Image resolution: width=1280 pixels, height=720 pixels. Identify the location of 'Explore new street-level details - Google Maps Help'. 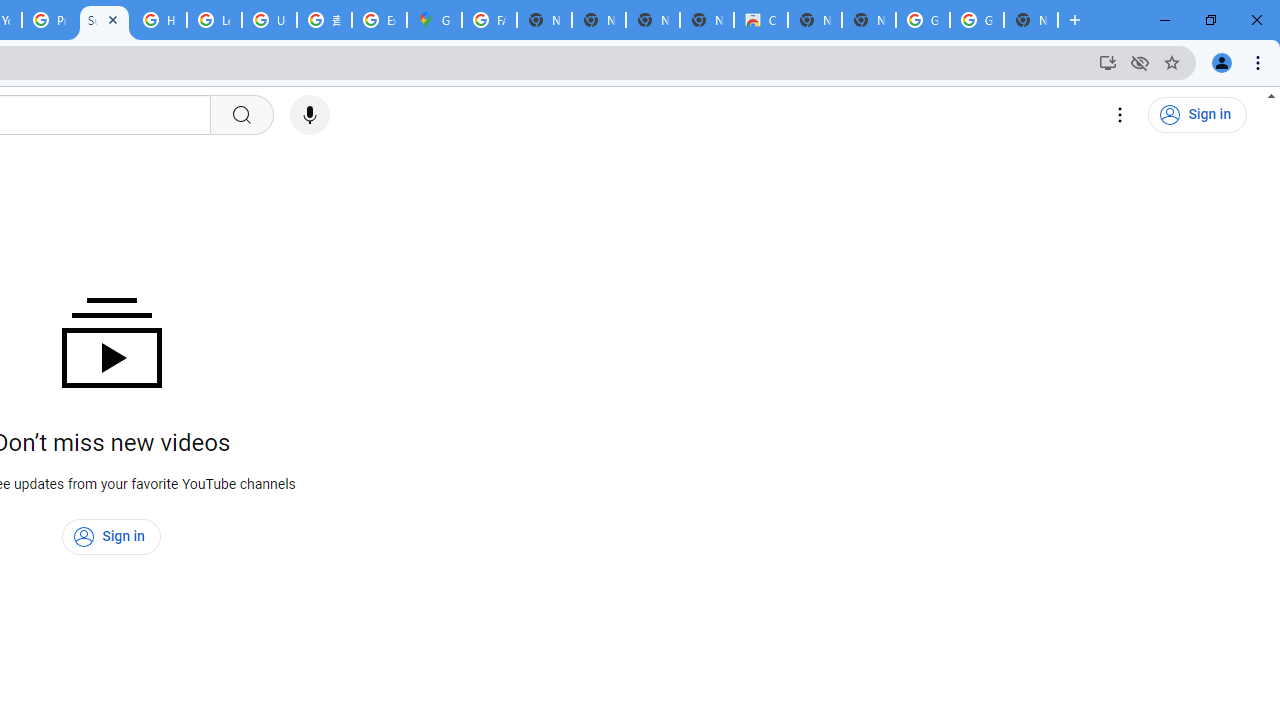
(379, 20).